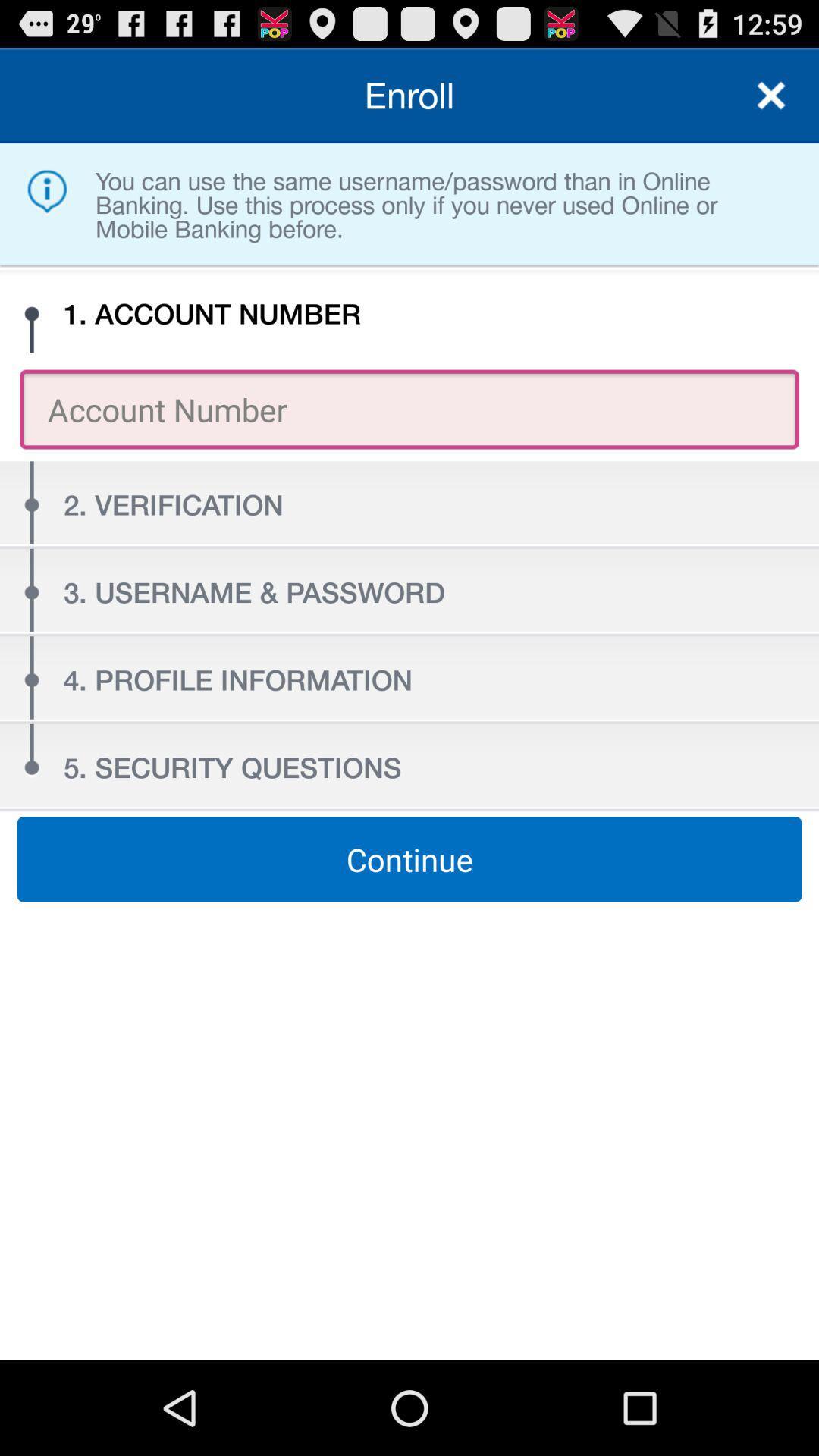 This screenshot has height=1456, width=819. Describe the element at coordinates (771, 94) in the screenshot. I see `quit for menu` at that location.